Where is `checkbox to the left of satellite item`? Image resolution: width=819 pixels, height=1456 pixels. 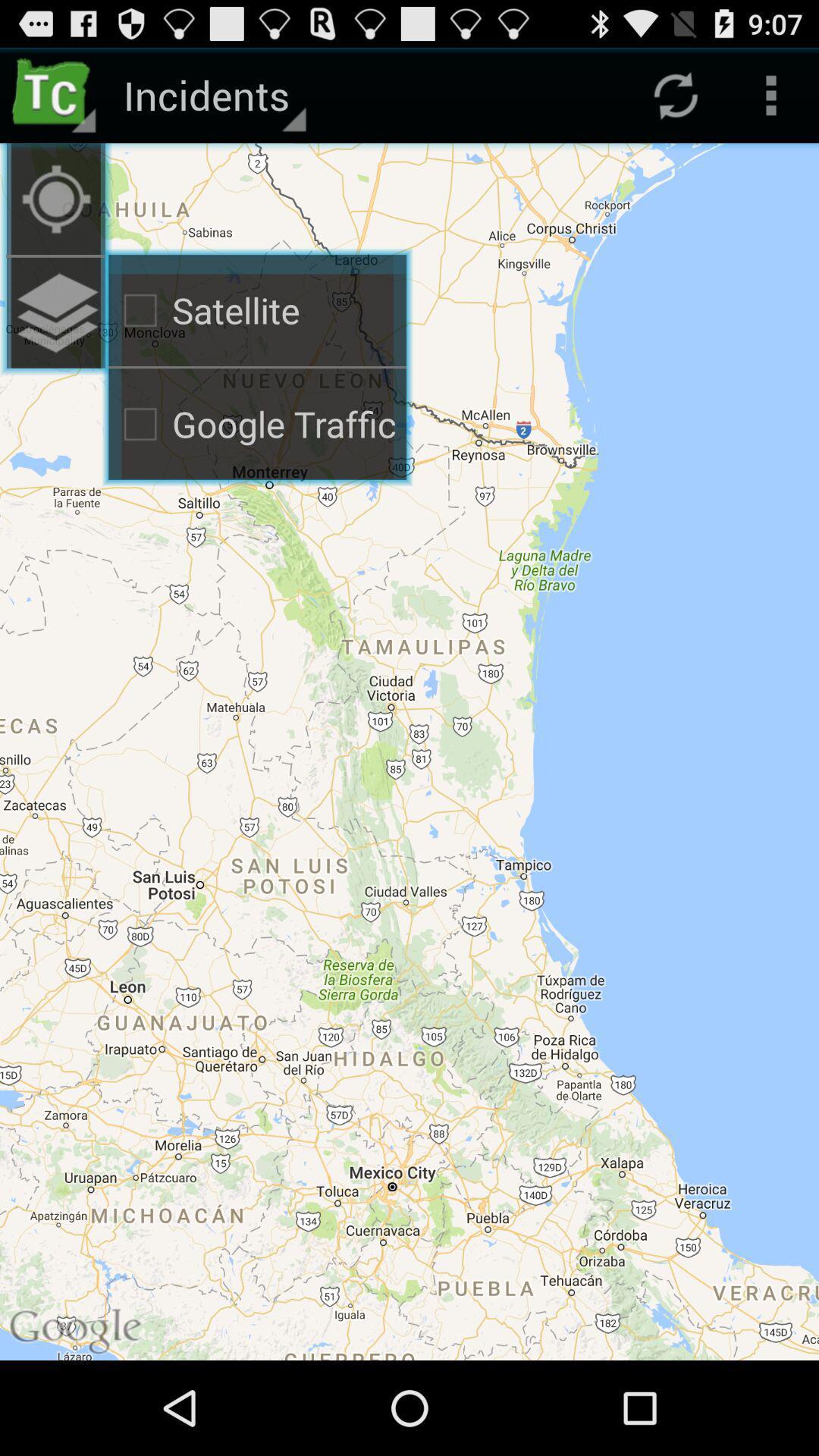
checkbox to the left of satellite item is located at coordinates (55, 198).